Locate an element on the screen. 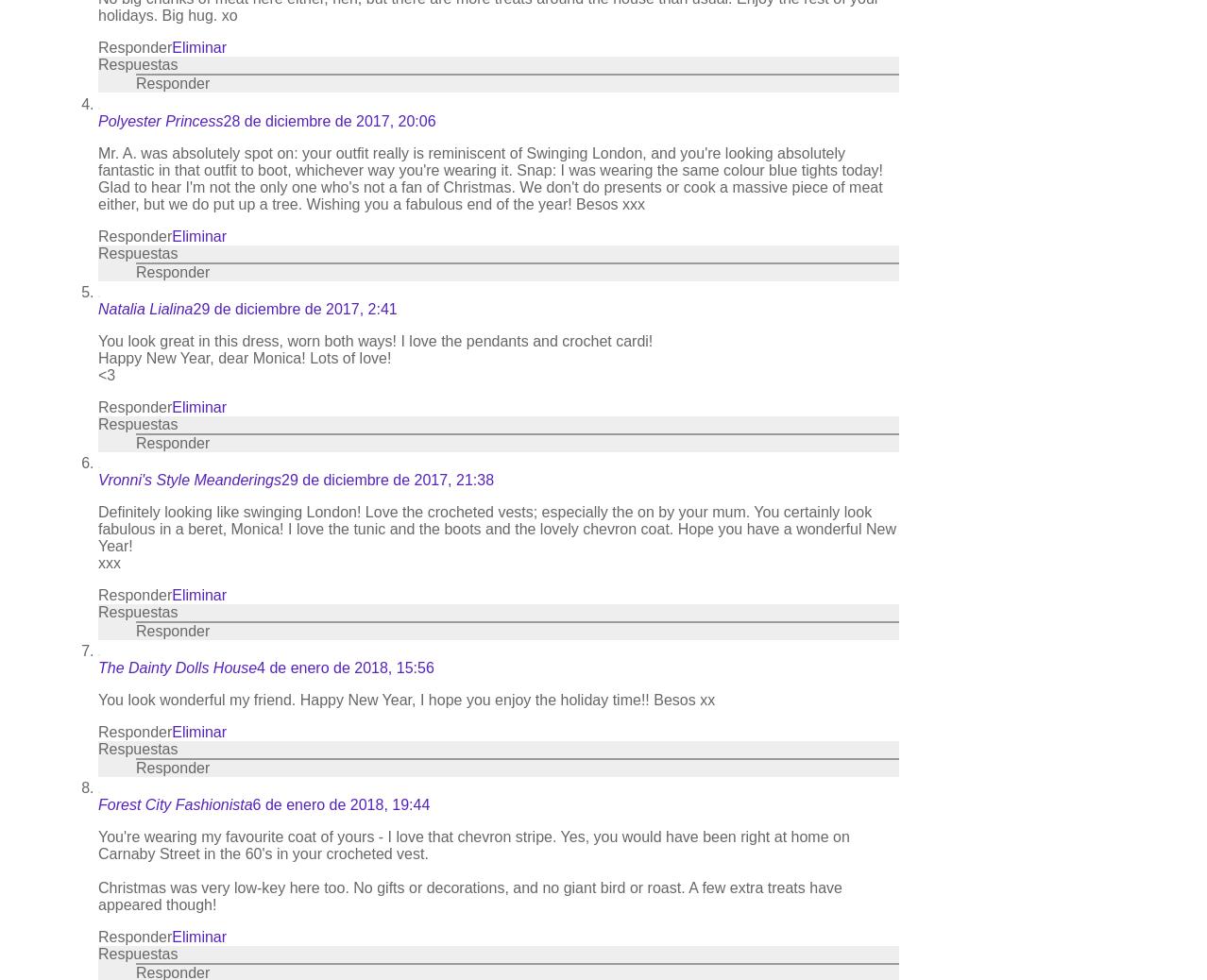 The image size is (1207, 980). 'Forest City Fashionista' is located at coordinates (175, 804).